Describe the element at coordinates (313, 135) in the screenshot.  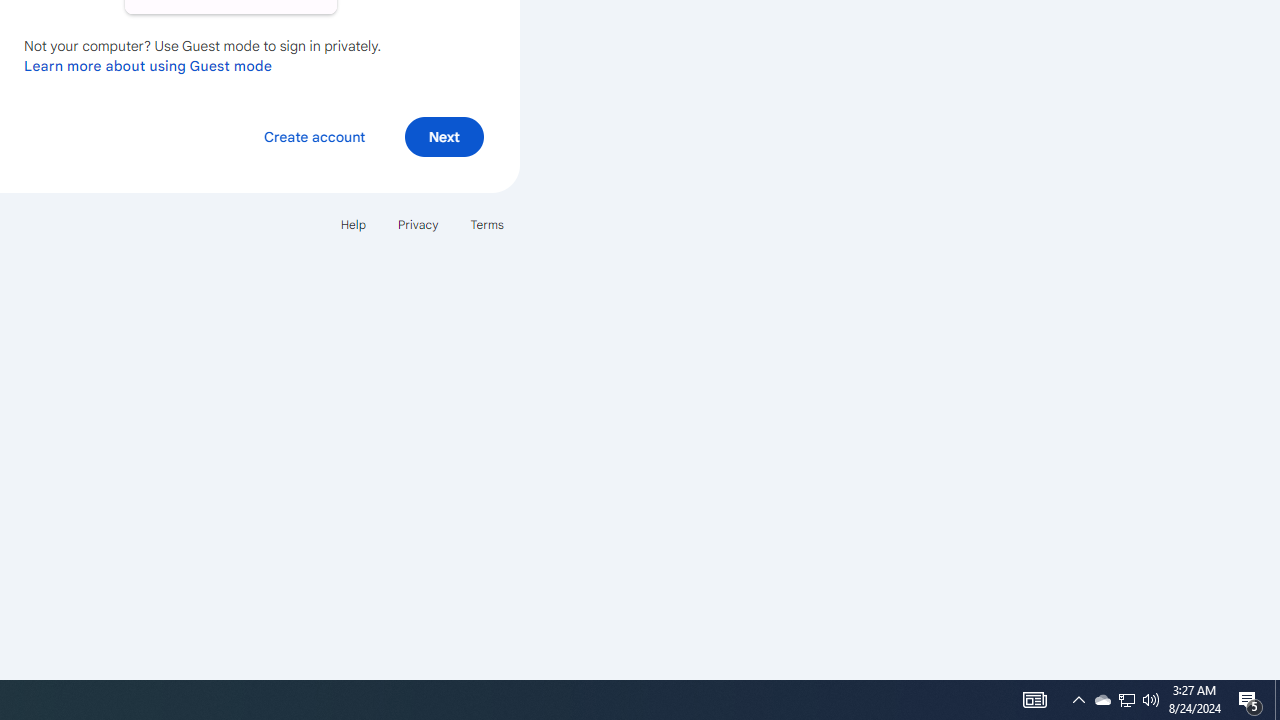
I see `'Create account'` at that location.